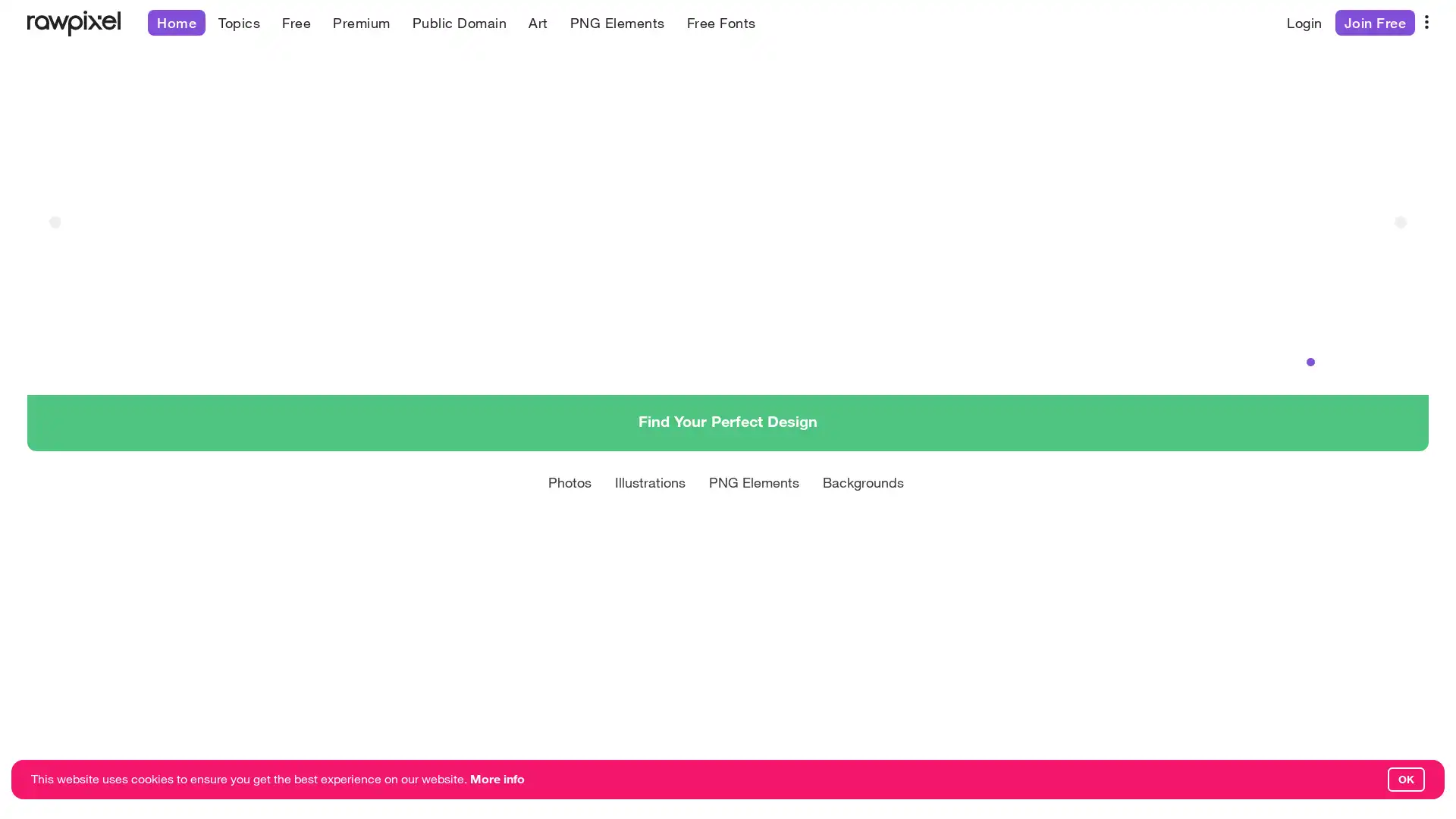  I want to click on Photos, so click(569, 516).